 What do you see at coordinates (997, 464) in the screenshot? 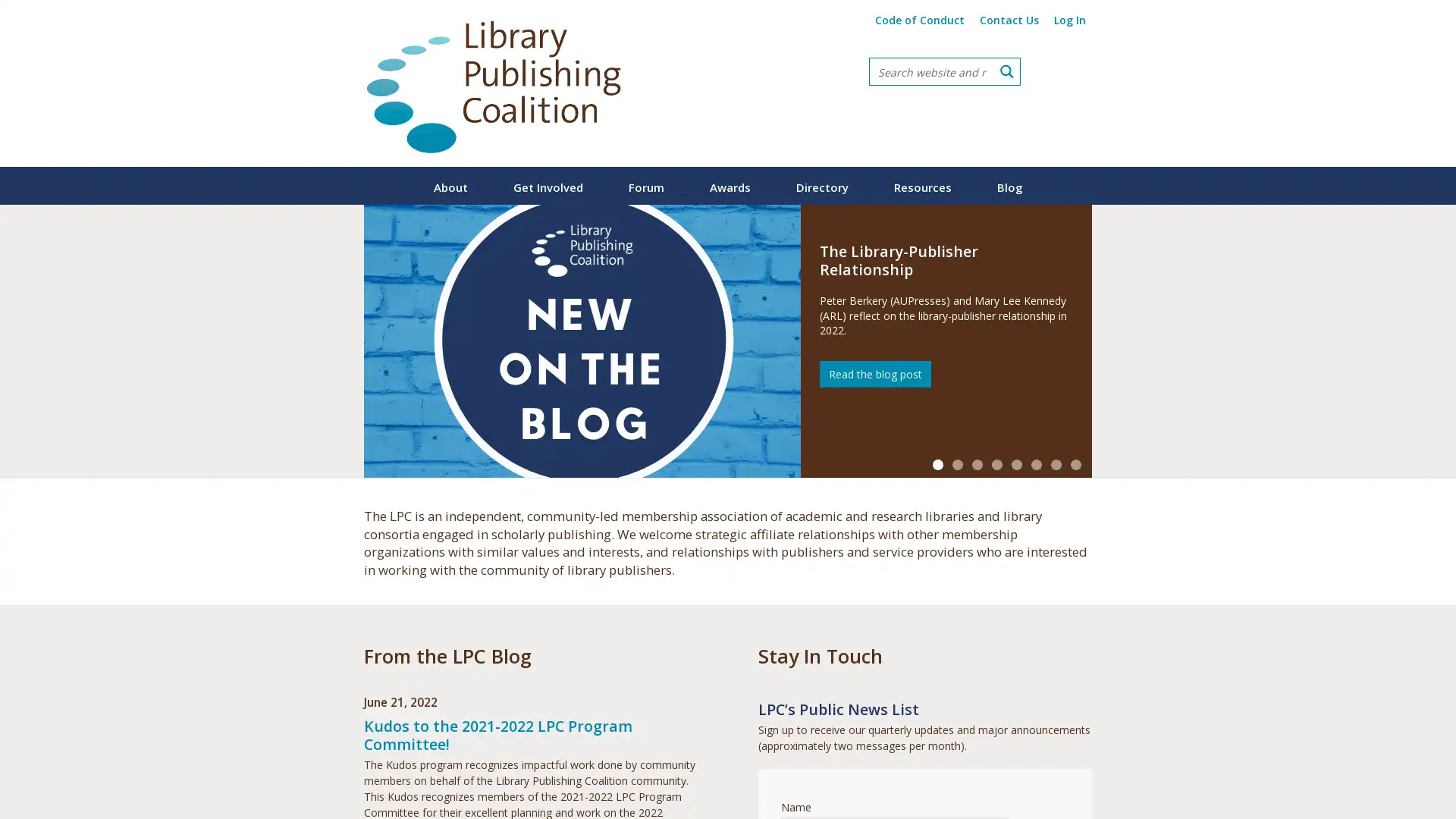
I see `Go to slide 4` at bounding box center [997, 464].